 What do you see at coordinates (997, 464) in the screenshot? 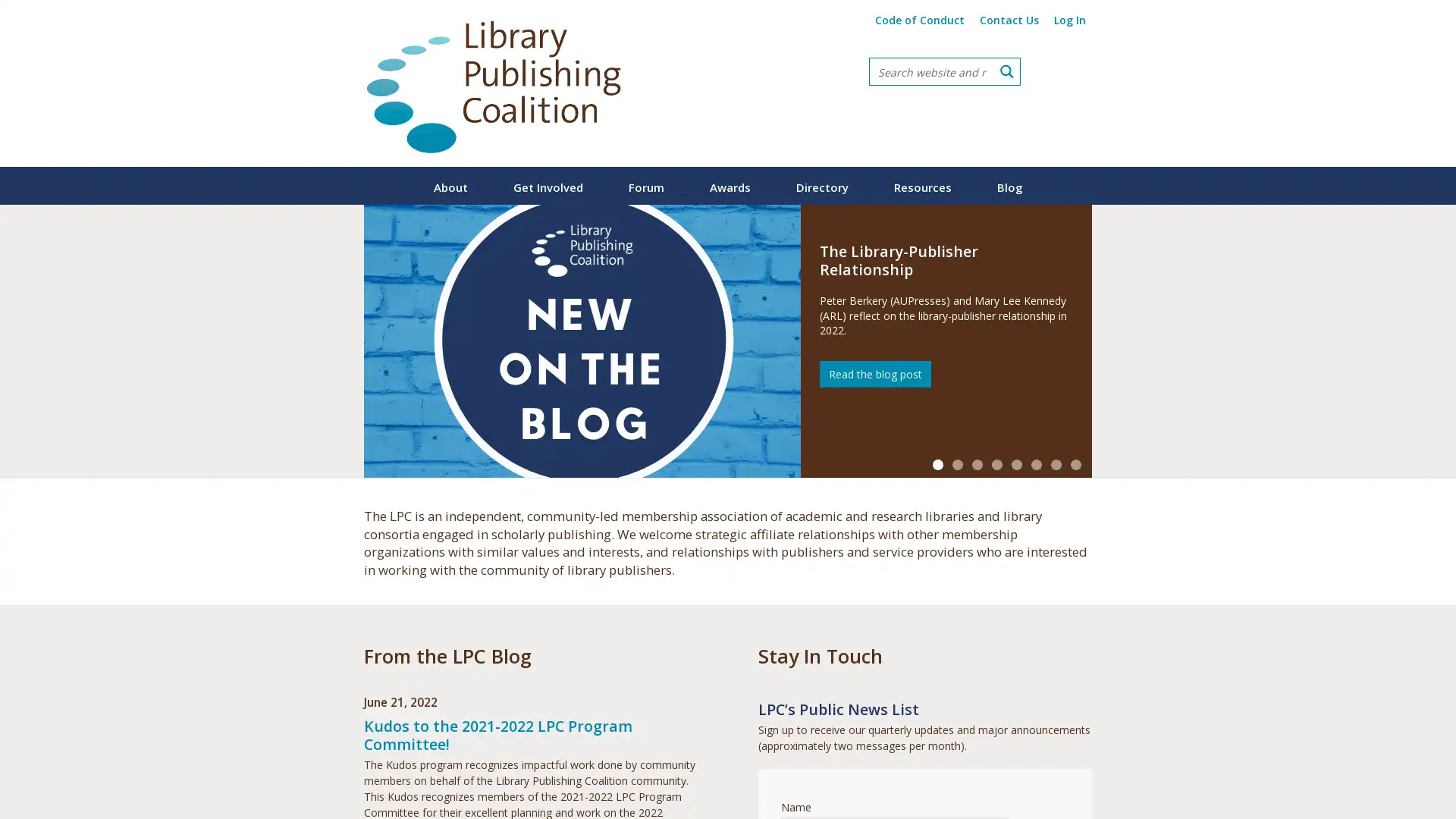
I see `Go to slide 4` at bounding box center [997, 464].